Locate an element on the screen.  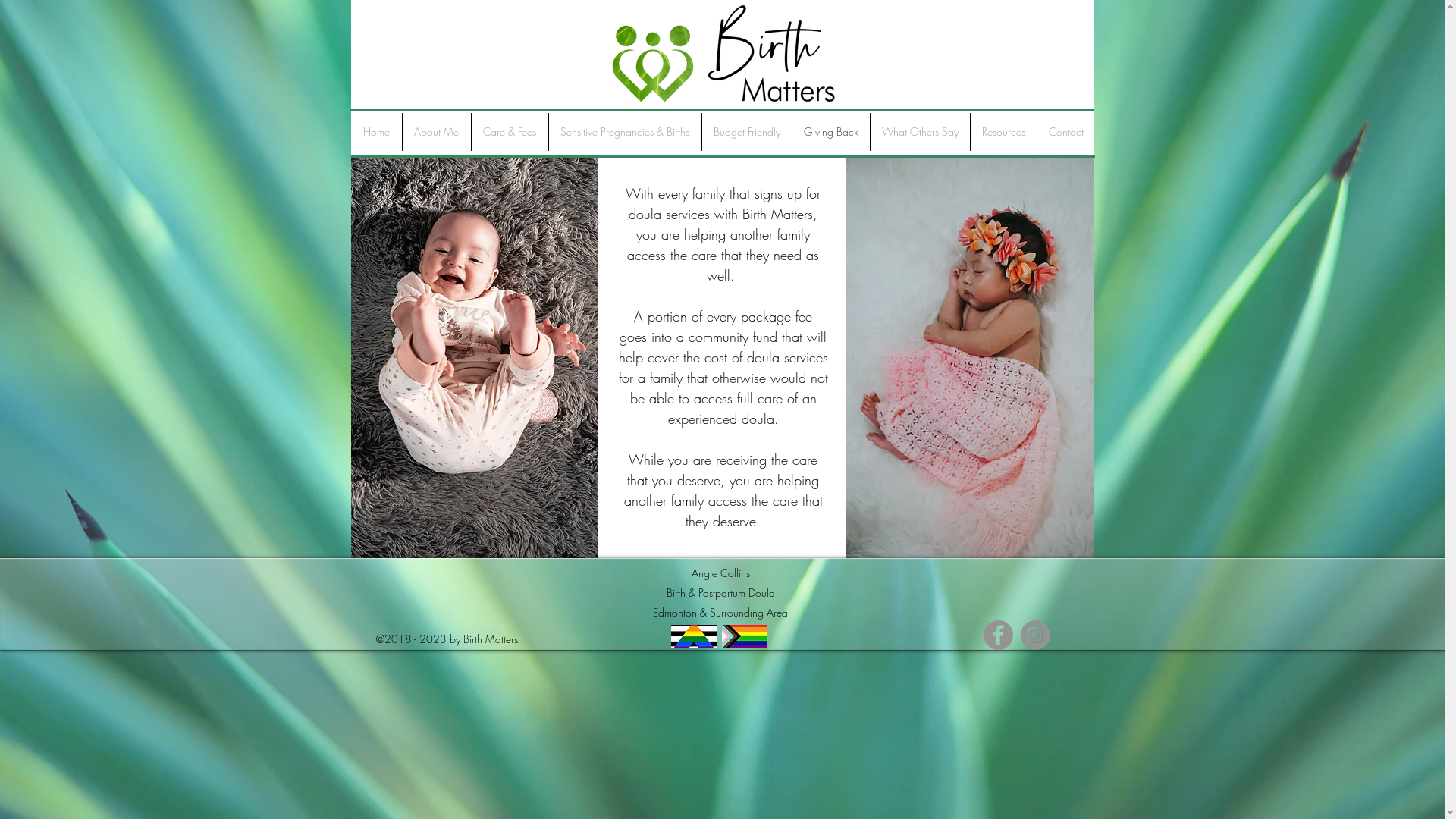
'Giving Back' is located at coordinates (829, 130).